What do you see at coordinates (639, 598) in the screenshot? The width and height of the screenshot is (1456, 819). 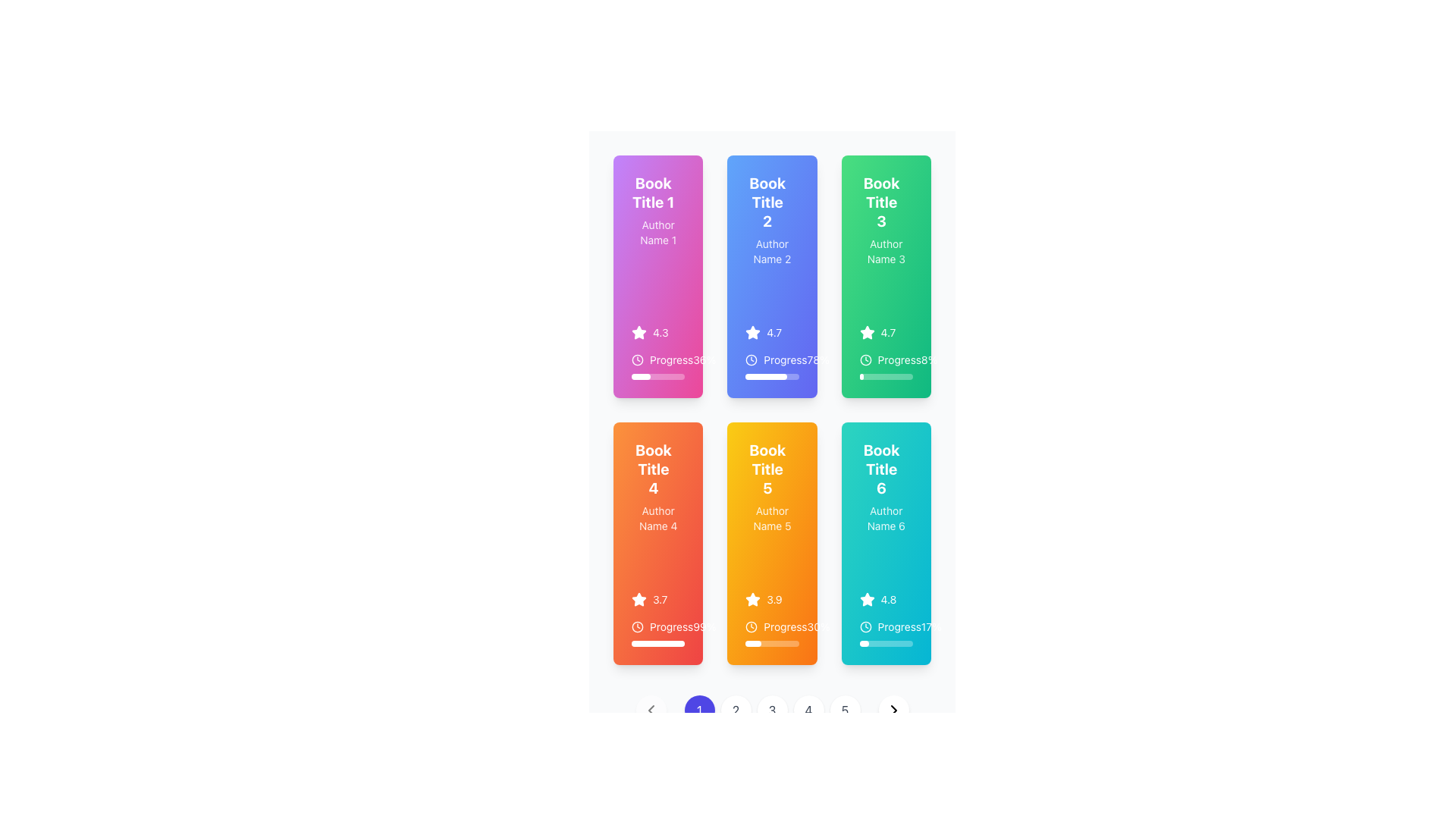 I see `star rating icon located in the fourth card of the grid, which is positioned in the second row and first column, to understand its rating symbolism` at bounding box center [639, 598].